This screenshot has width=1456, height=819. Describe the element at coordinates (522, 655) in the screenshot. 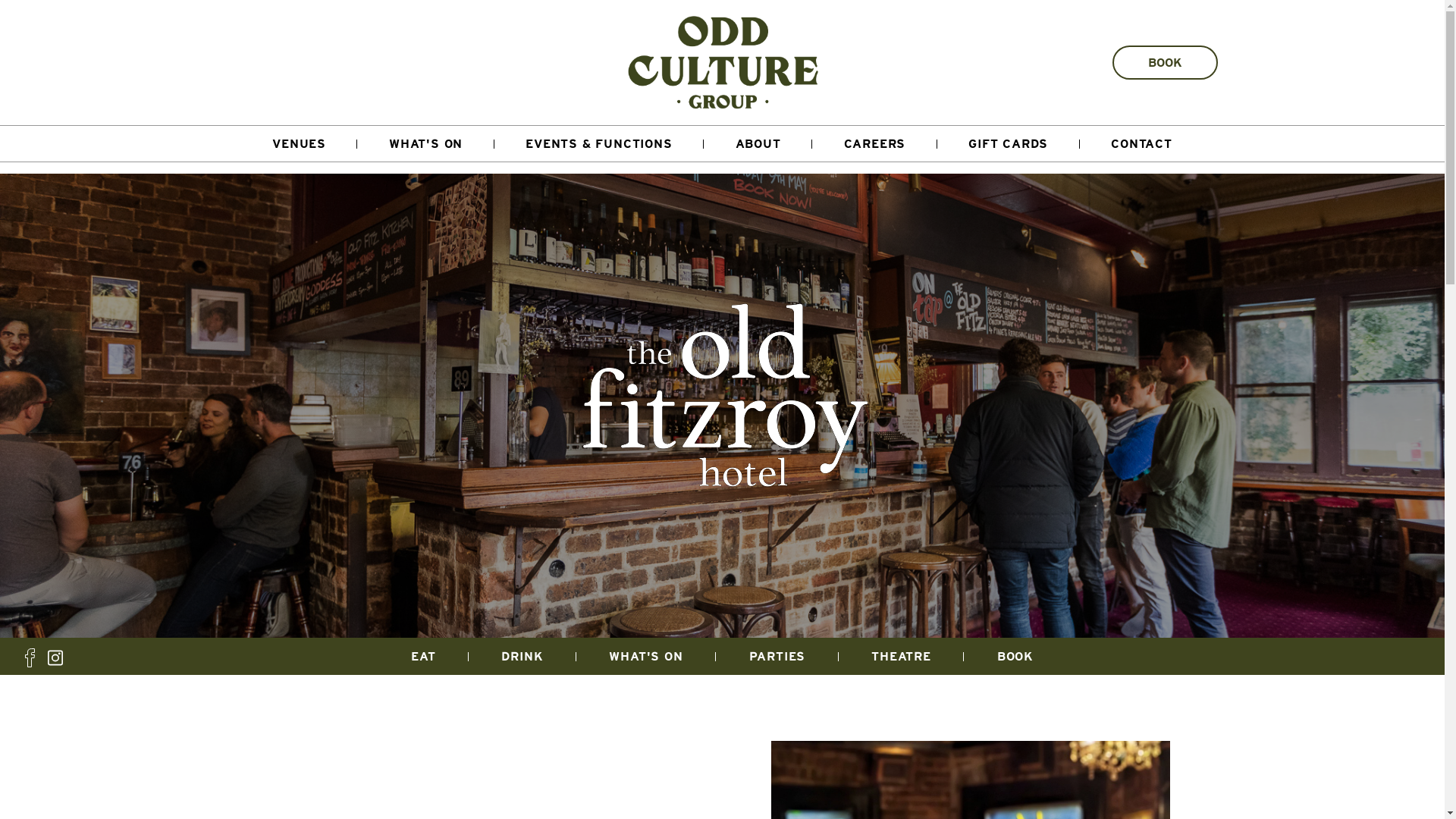

I see `'DRINK'` at that location.